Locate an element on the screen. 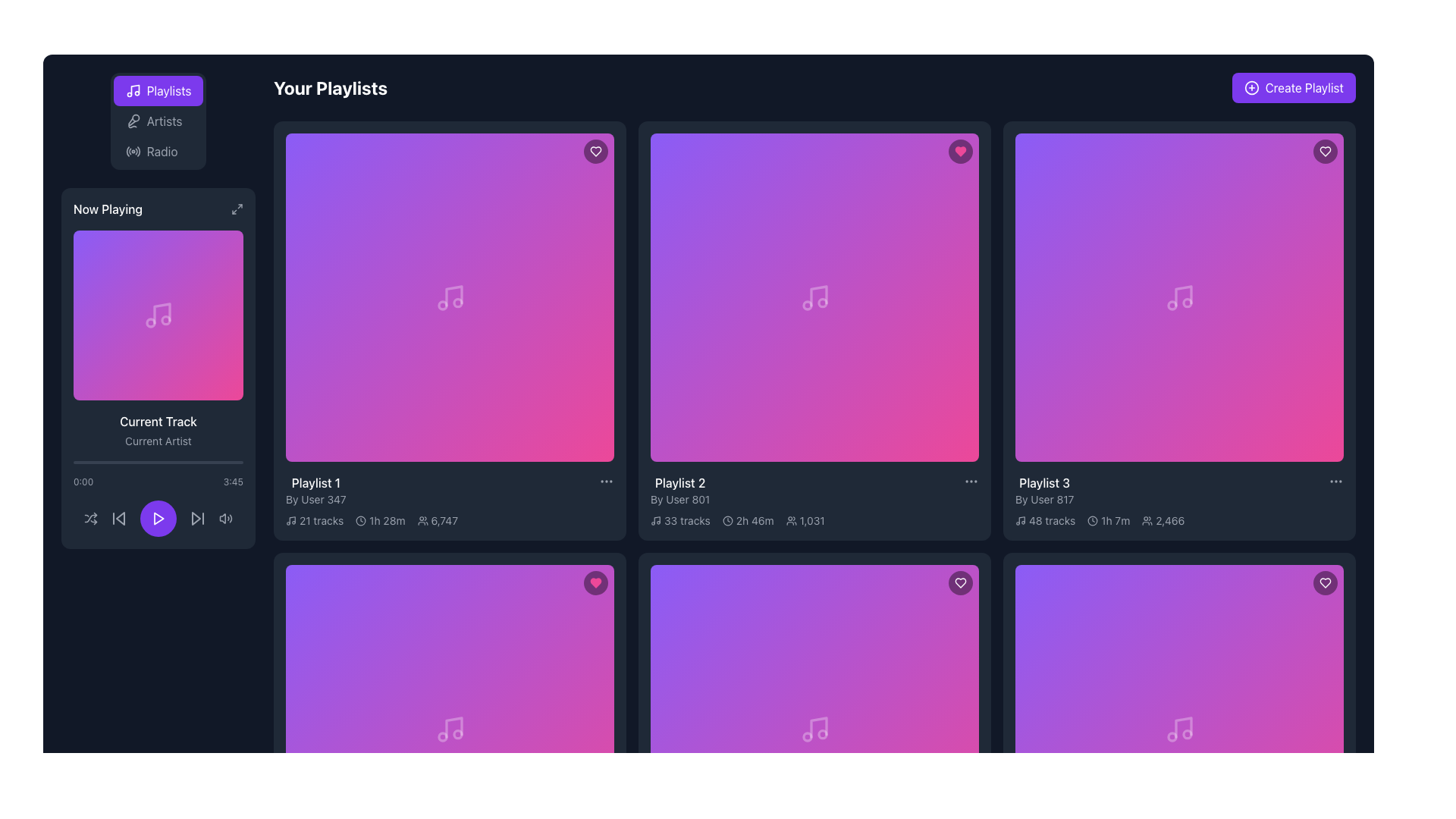 Image resolution: width=1456 pixels, height=819 pixels. the circular button with a heart icon in white, located at the top-right corner of the playlist card is located at coordinates (1324, 582).